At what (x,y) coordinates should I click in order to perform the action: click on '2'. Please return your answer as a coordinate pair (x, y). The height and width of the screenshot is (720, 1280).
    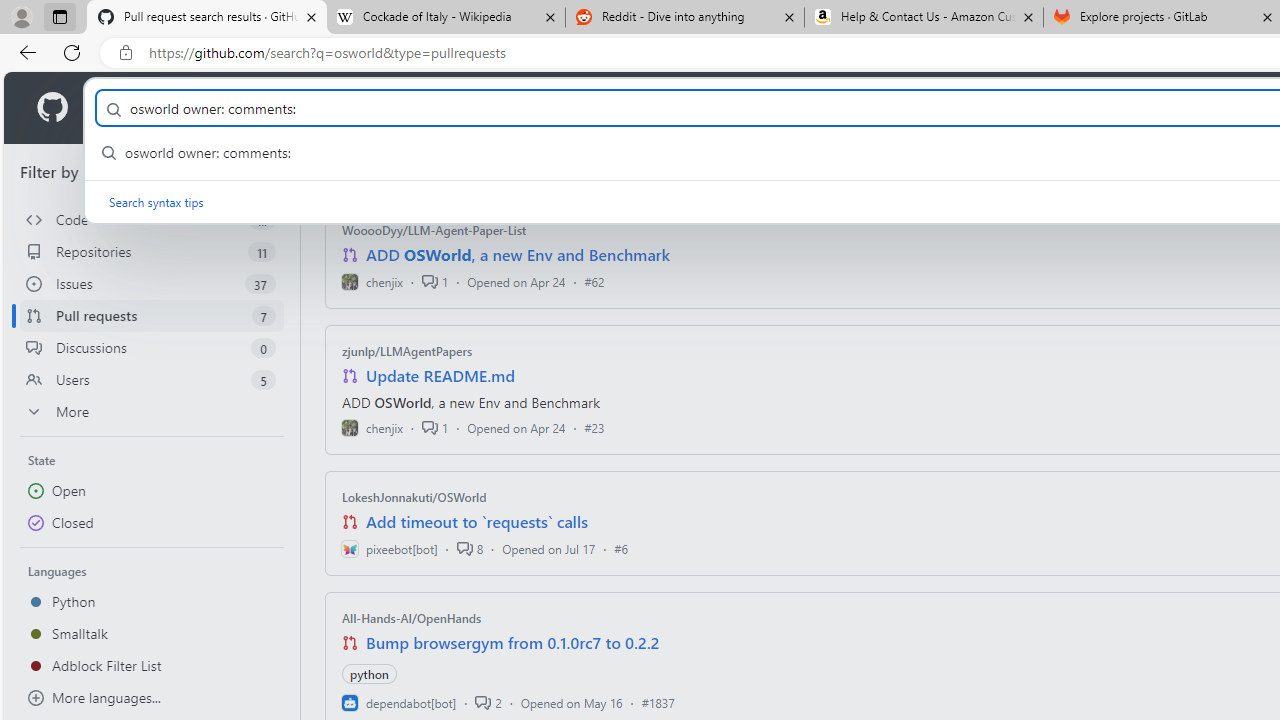
    Looking at the image, I should click on (488, 701).